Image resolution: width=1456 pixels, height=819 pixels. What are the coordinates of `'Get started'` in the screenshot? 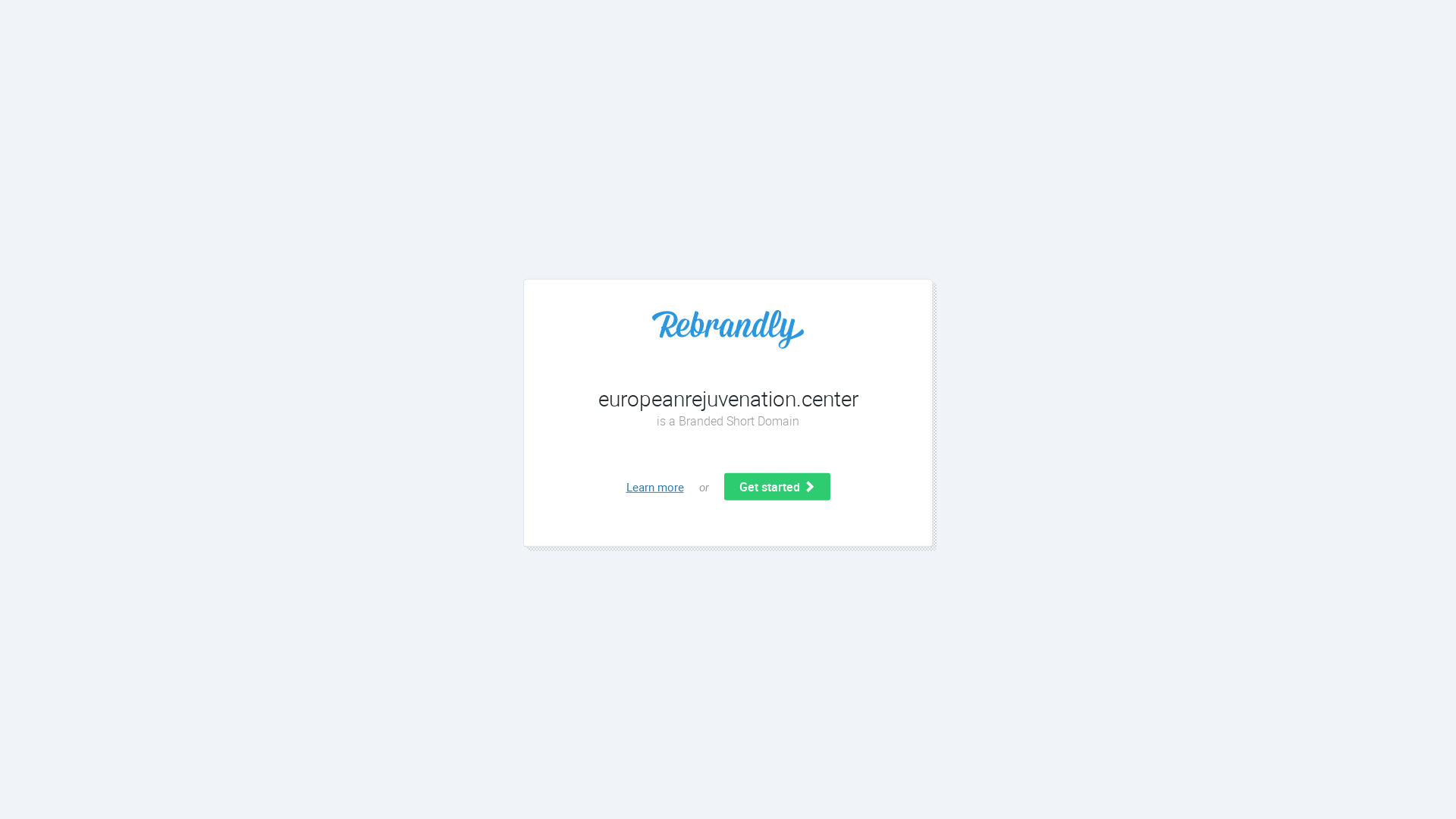 It's located at (776, 486).